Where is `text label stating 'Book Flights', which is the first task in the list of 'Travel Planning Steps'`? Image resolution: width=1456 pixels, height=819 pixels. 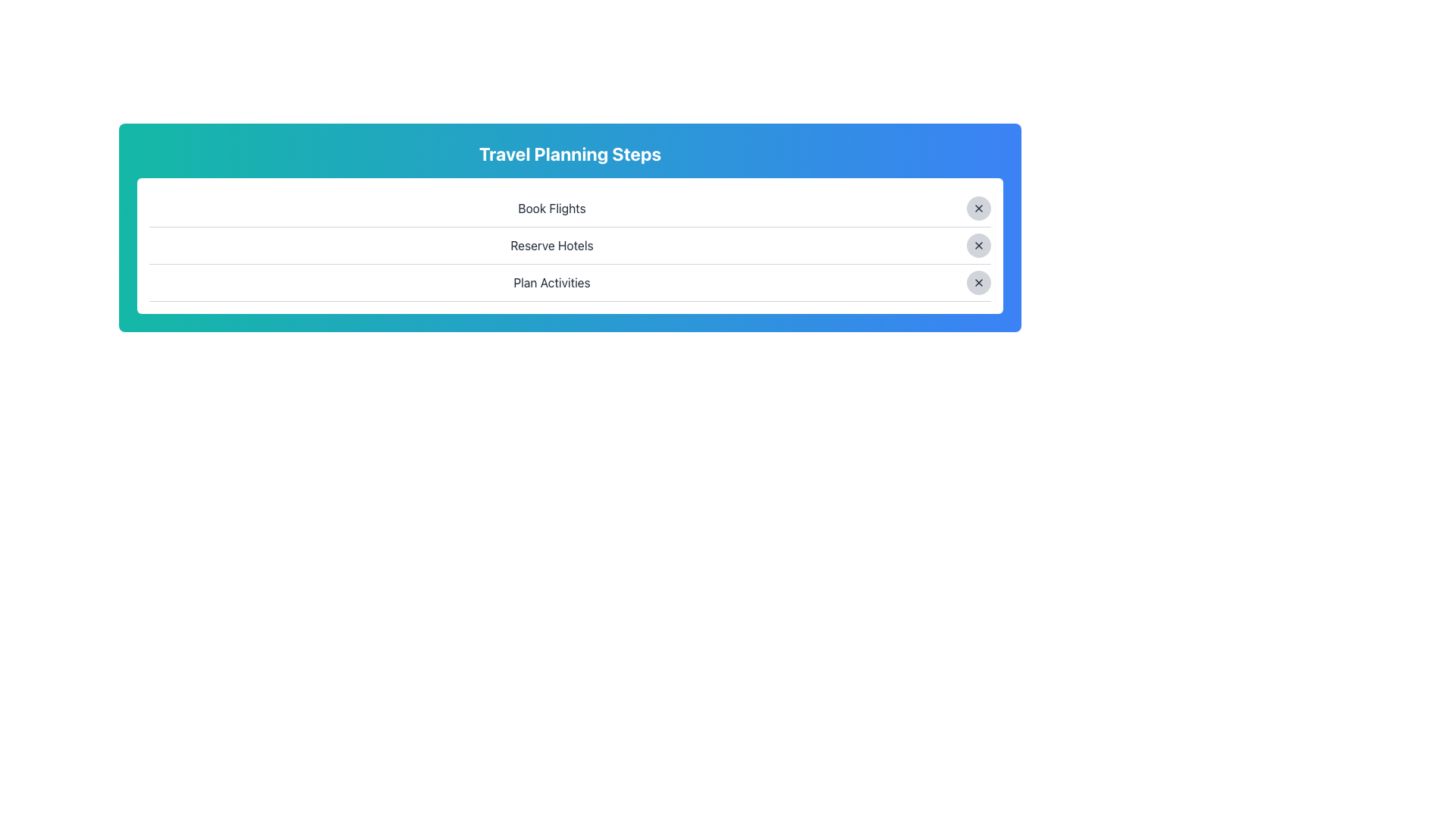
text label stating 'Book Flights', which is the first task in the list of 'Travel Planning Steps' is located at coordinates (551, 208).